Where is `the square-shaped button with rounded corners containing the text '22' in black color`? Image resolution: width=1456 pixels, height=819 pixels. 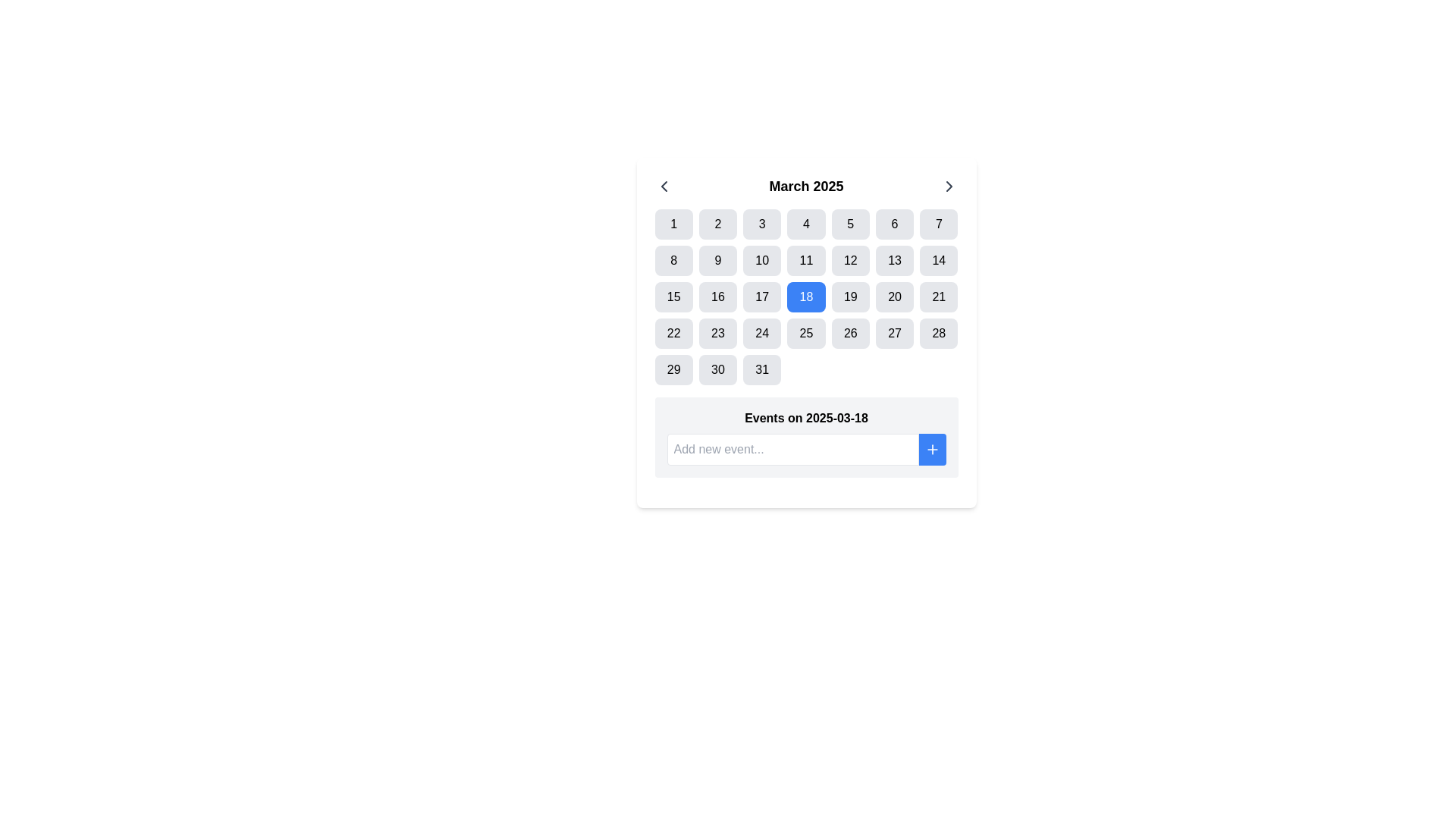 the square-shaped button with rounded corners containing the text '22' in black color is located at coordinates (673, 332).